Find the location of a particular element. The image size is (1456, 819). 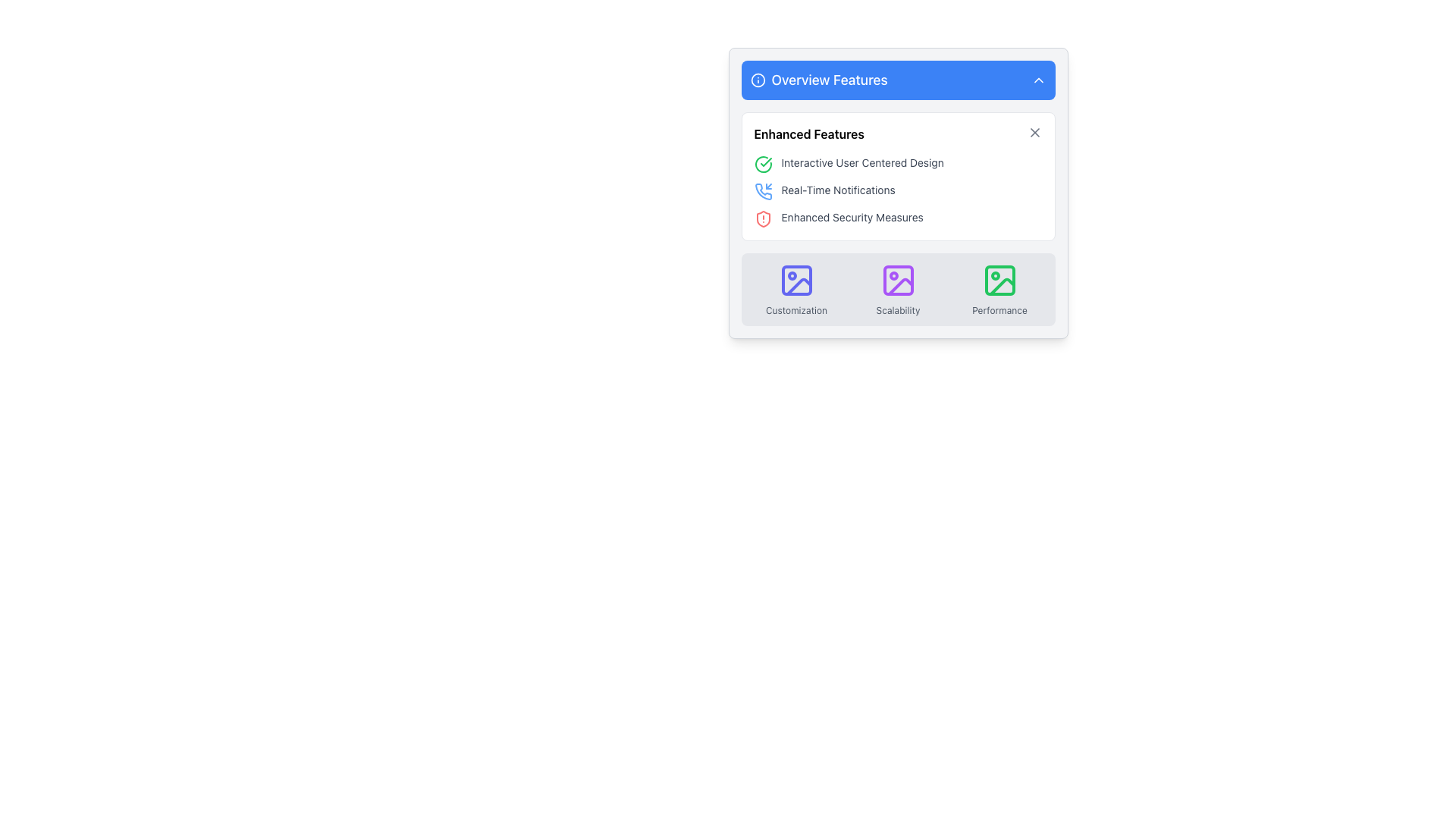

the 'Performance' icon and text label, which is the third item in the bottom section of the 'Enhanced Features' panel, featuring a green outlined square icon above gray text is located at coordinates (999, 289).